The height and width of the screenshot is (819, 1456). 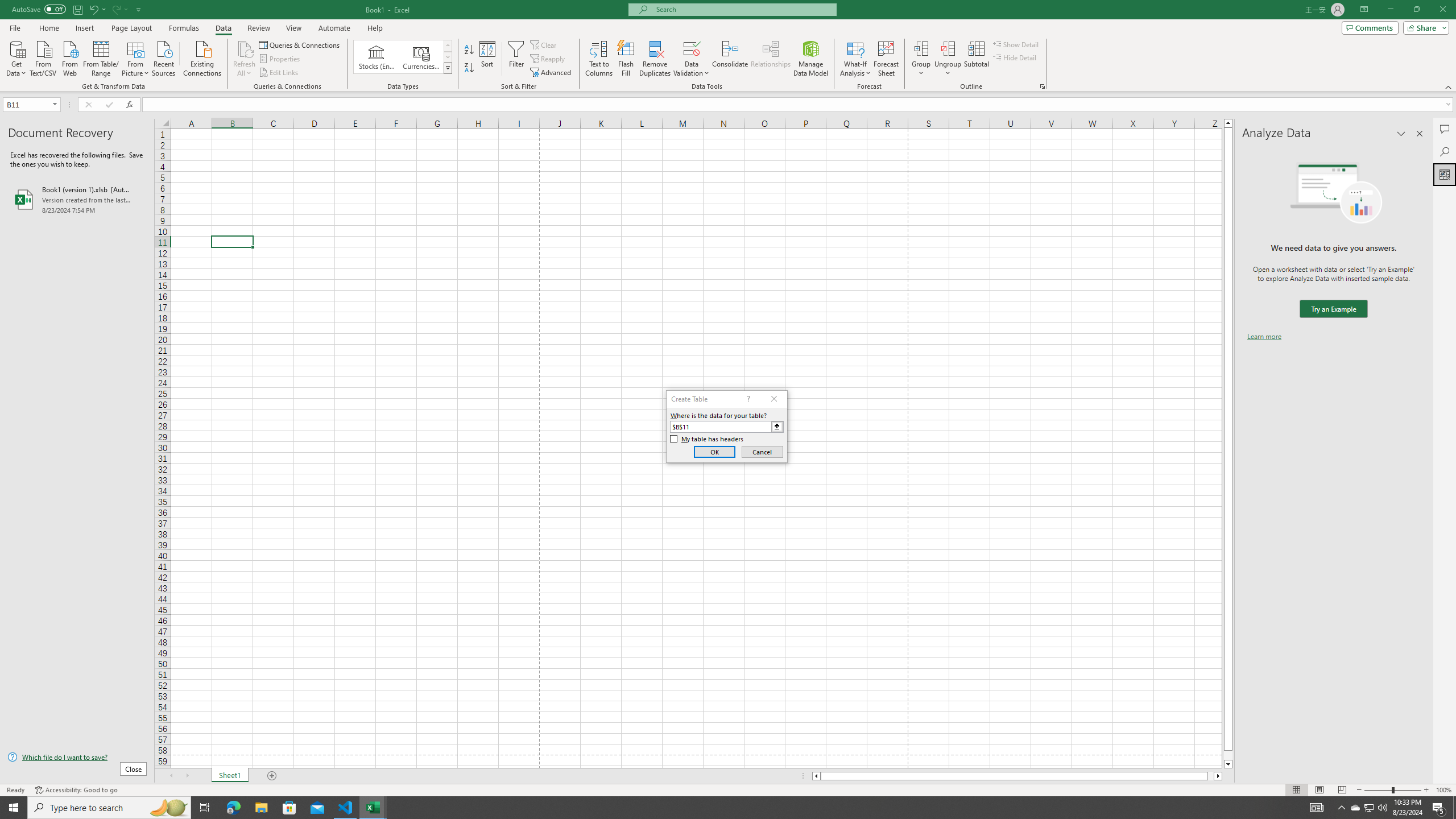 What do you see at coordinates (655, 59) in the screenshot?
I see `'Remove Duplicates'` at bounding box center [655, 59].